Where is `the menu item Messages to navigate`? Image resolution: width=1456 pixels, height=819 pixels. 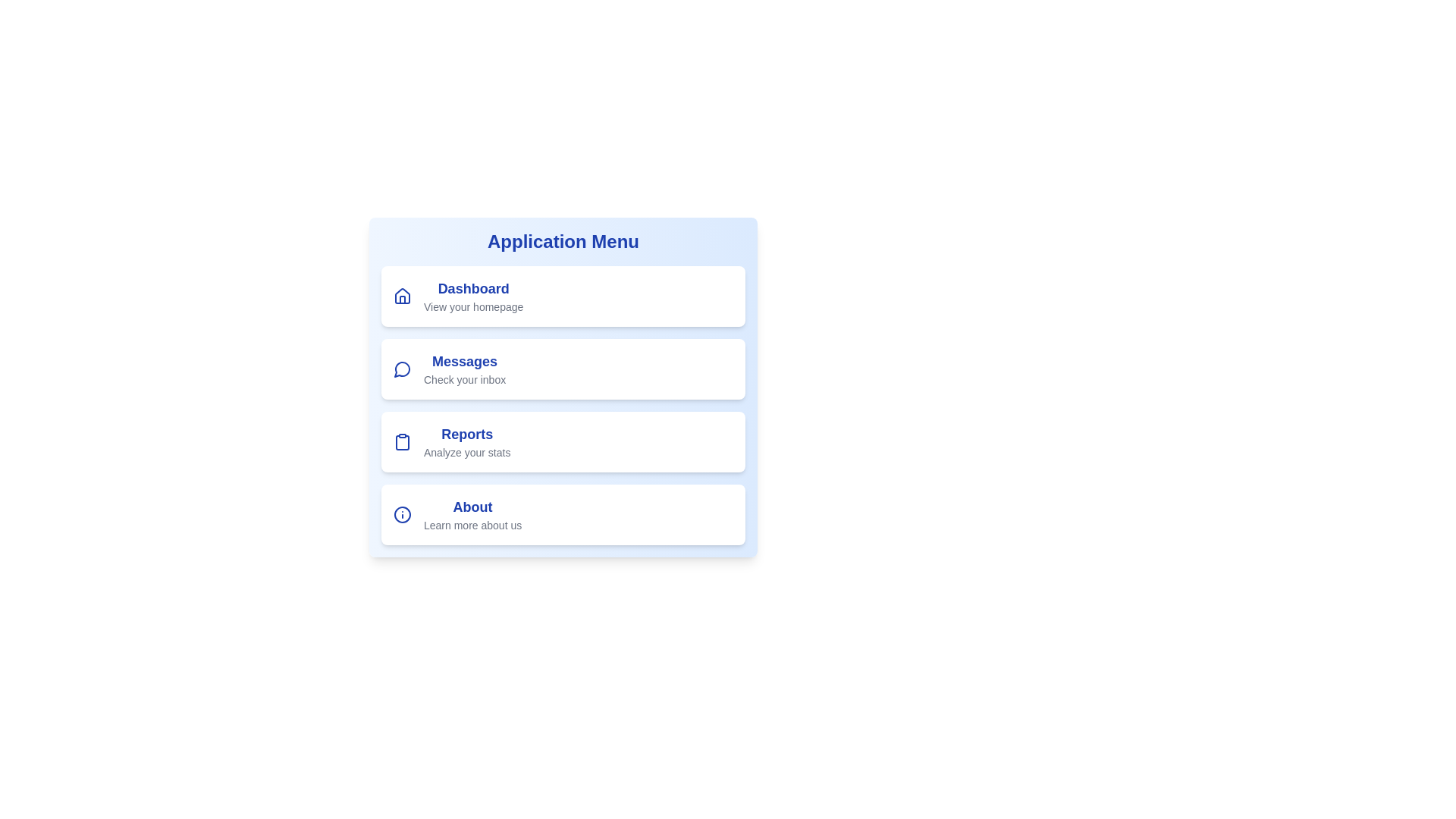
the menu item Messages to navigate is located at coordinates (563, 369).